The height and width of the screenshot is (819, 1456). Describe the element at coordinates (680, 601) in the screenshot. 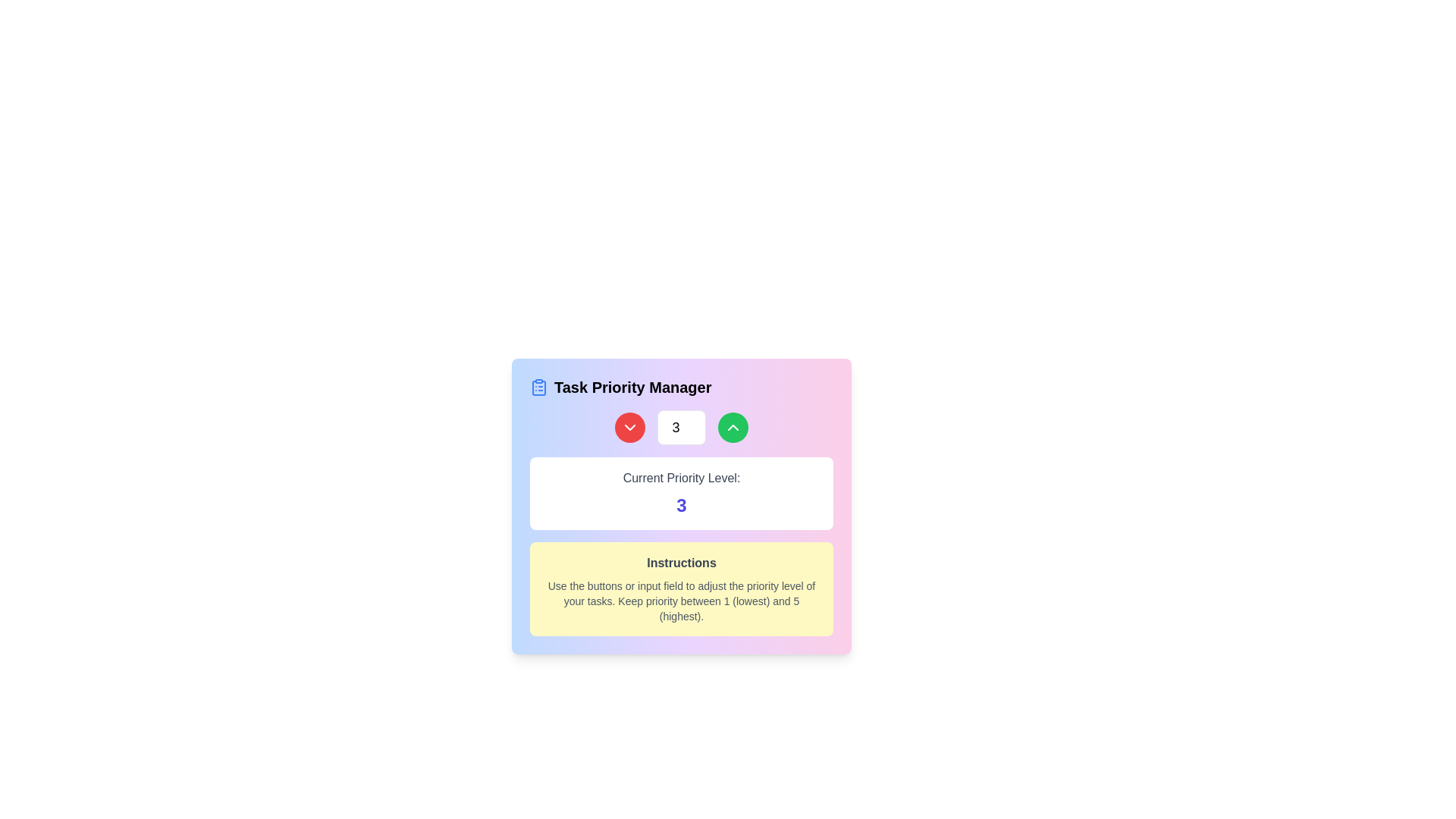

I see `the instructional text paragraph styled in a smaller font size and grayish color, located below the 'Instructions' title within a yellow background box` at that location.